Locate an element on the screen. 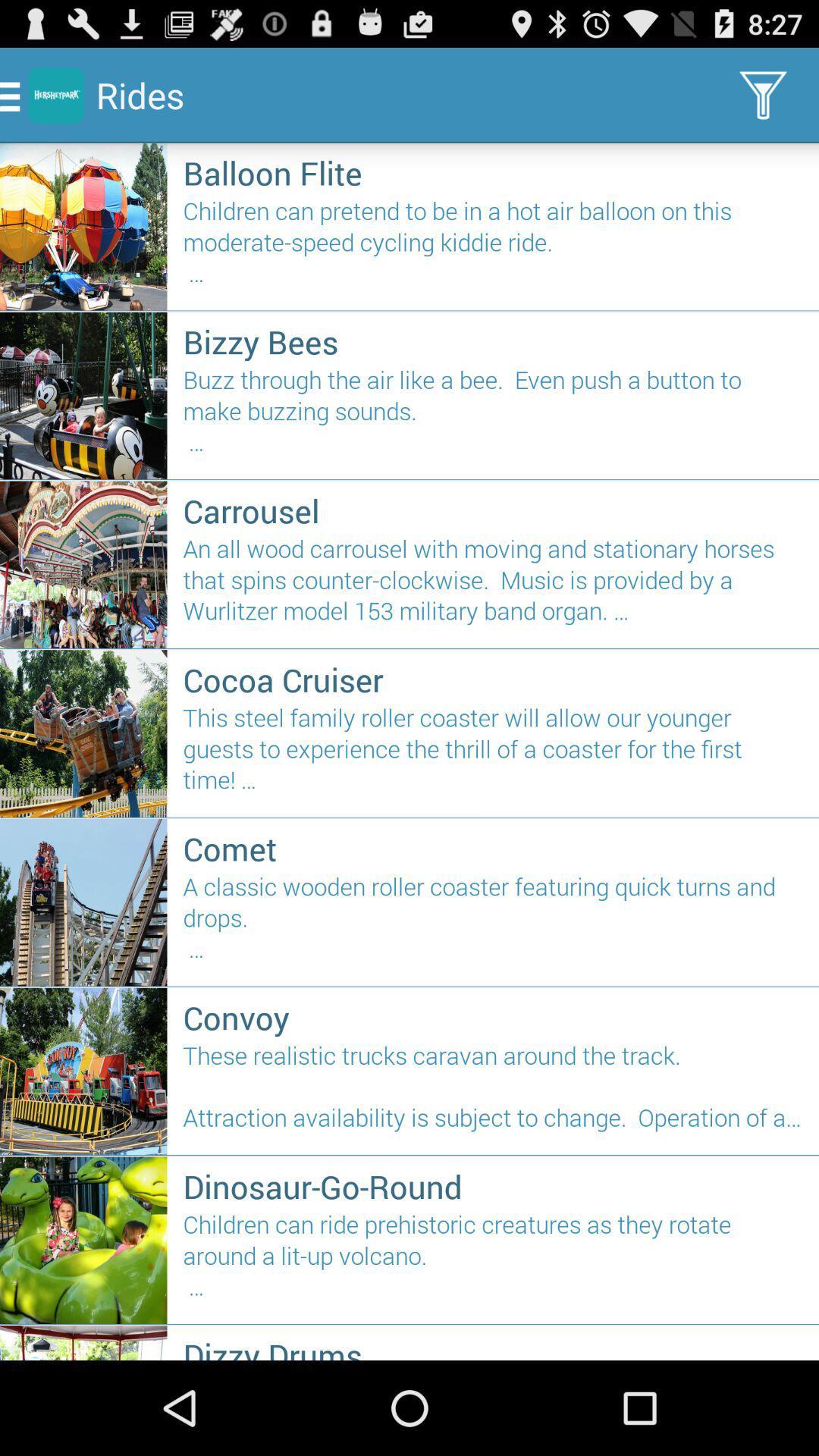 This screenshot has height=1456, width=819. icon above the carrousel is located at coordinates (493, 417).